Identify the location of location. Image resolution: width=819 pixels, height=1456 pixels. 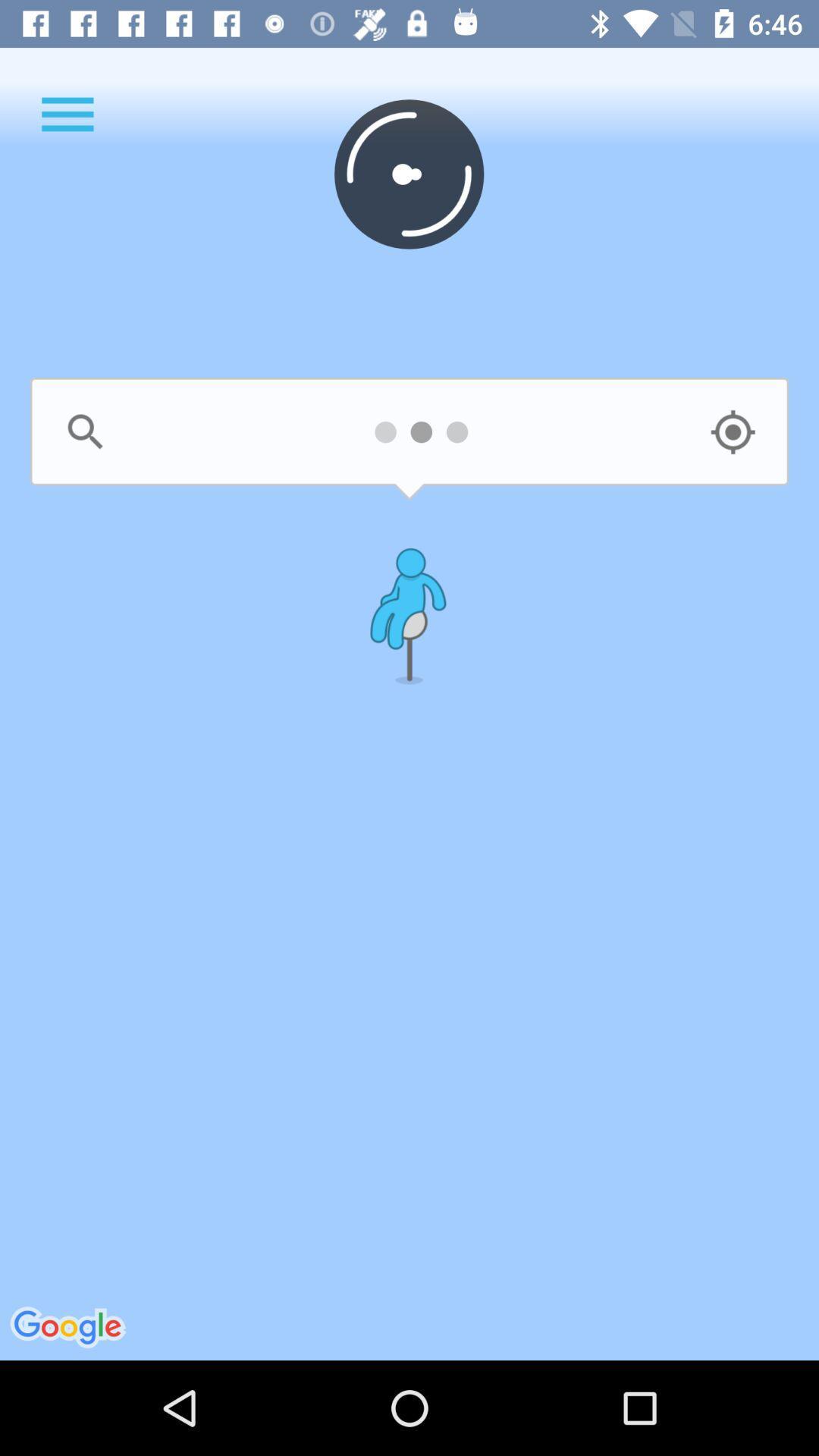
(732, 431).